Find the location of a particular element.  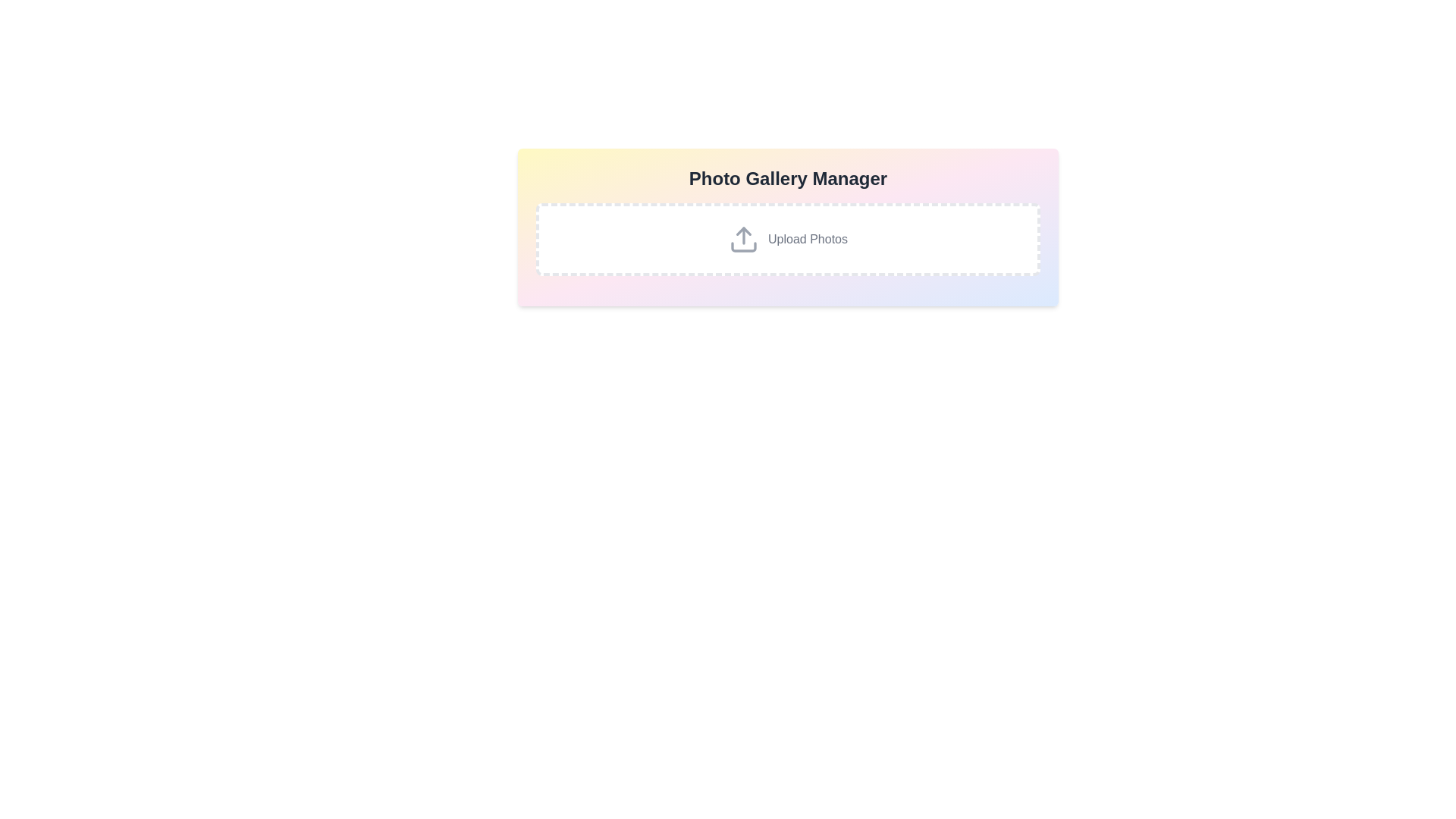

the 'Upload Photos' button, which is visually centered within a dashed-bordered box and features an upload icon above the text is located at coordinates (788, 239).